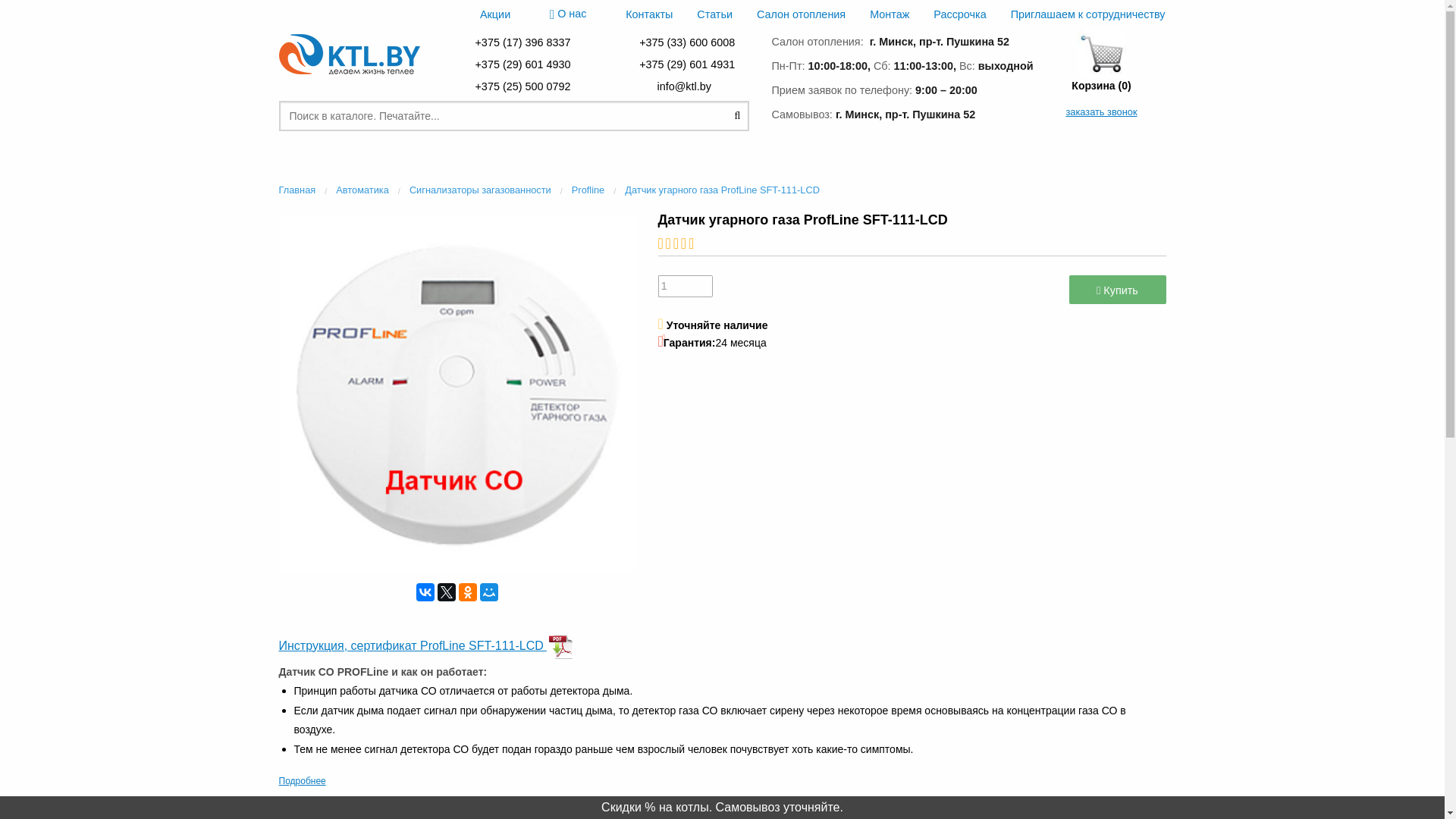 Image resolution: width=1456 pixels, height=819 pixels. Describe the element at coordinates (661, 242) in the screenshot. I see `'Not rated yet!'` at that location.